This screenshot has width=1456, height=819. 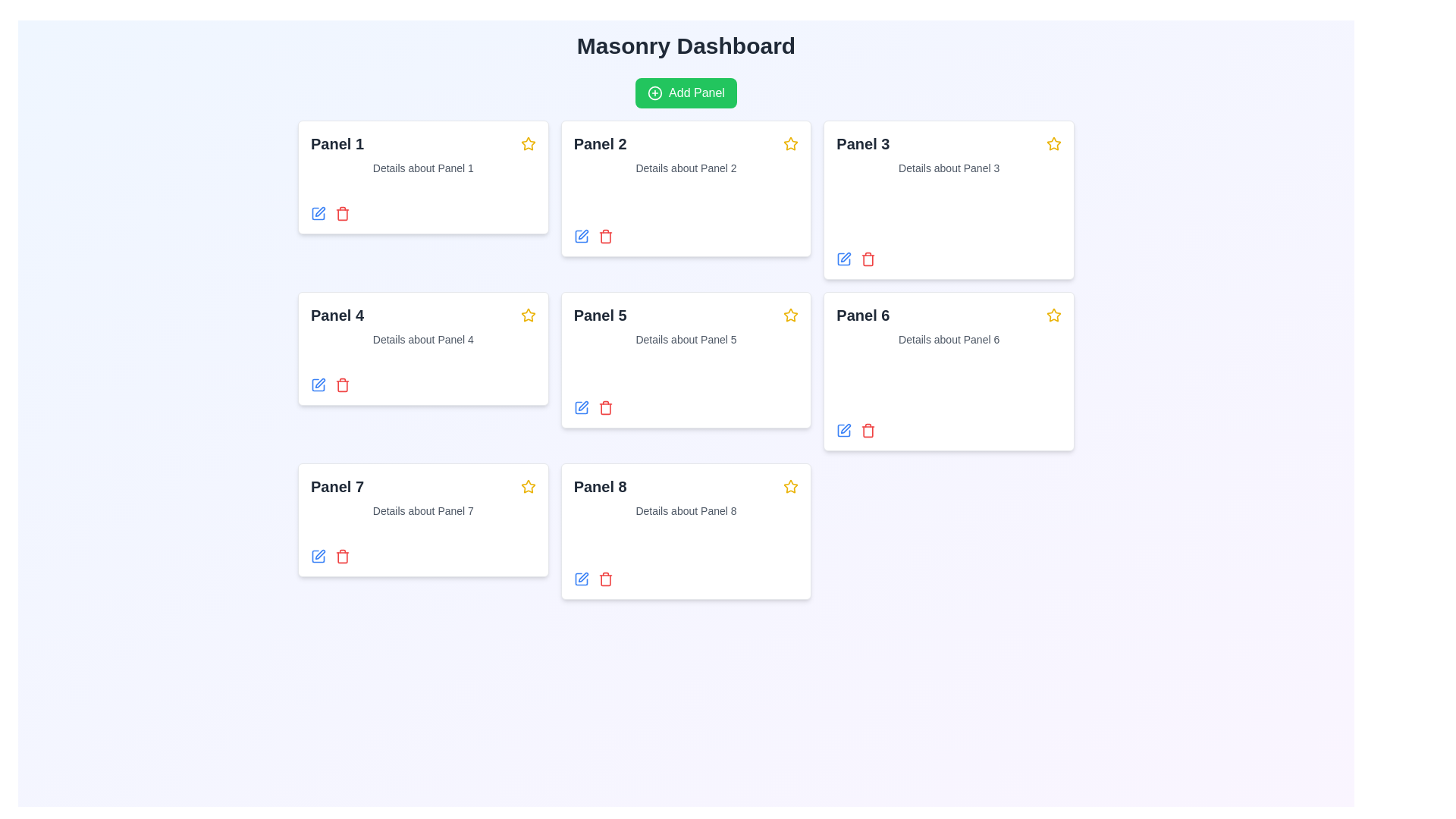 What do you see at coordinates (790, 486) in the screenshot?
I see `the star icon button located in the top-right corner of 'Panel 8'` at bounding box center [790, 486].